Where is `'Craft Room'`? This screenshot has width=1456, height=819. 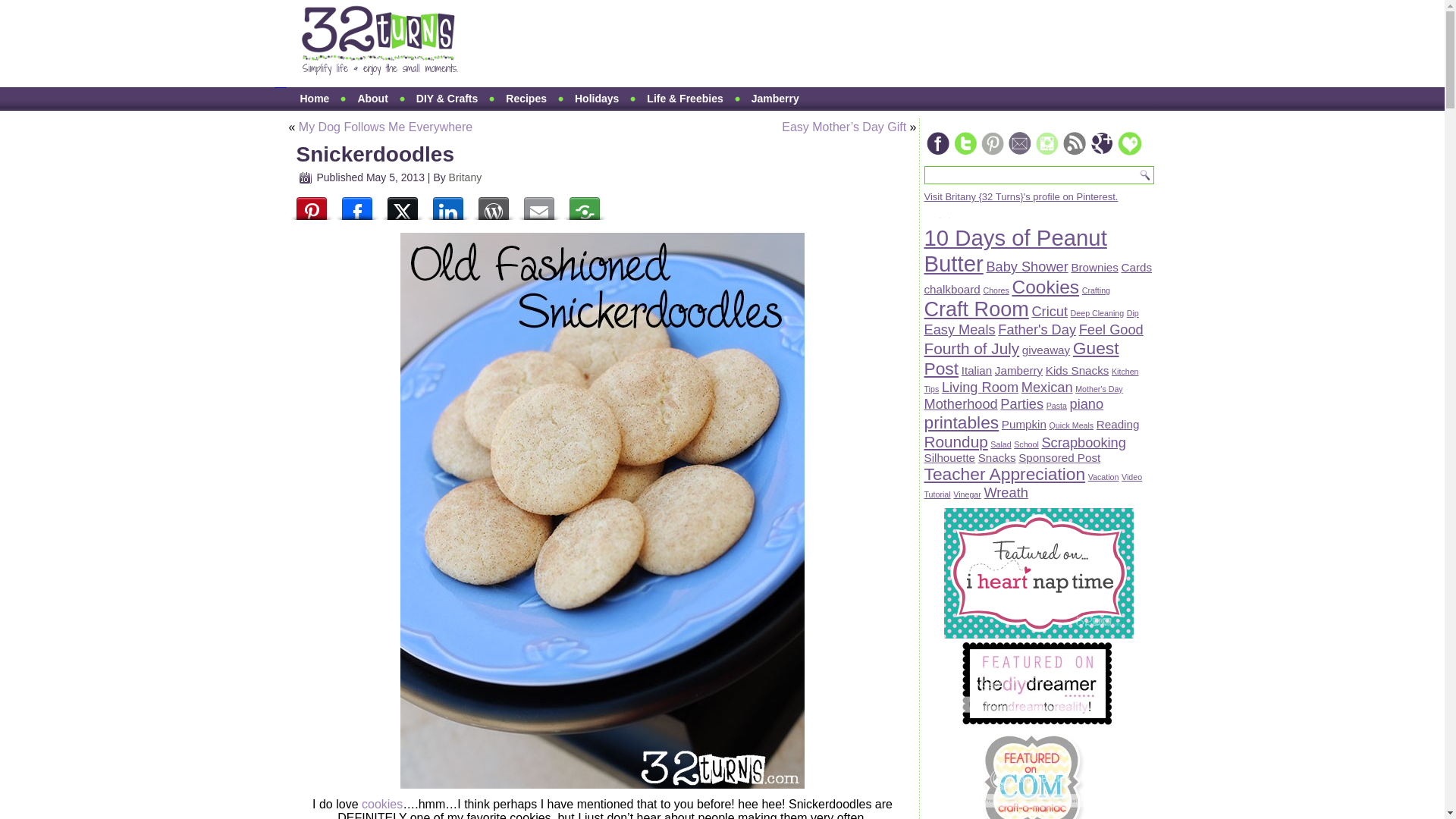
'Craft Room' is located at coordinates (975, 309).